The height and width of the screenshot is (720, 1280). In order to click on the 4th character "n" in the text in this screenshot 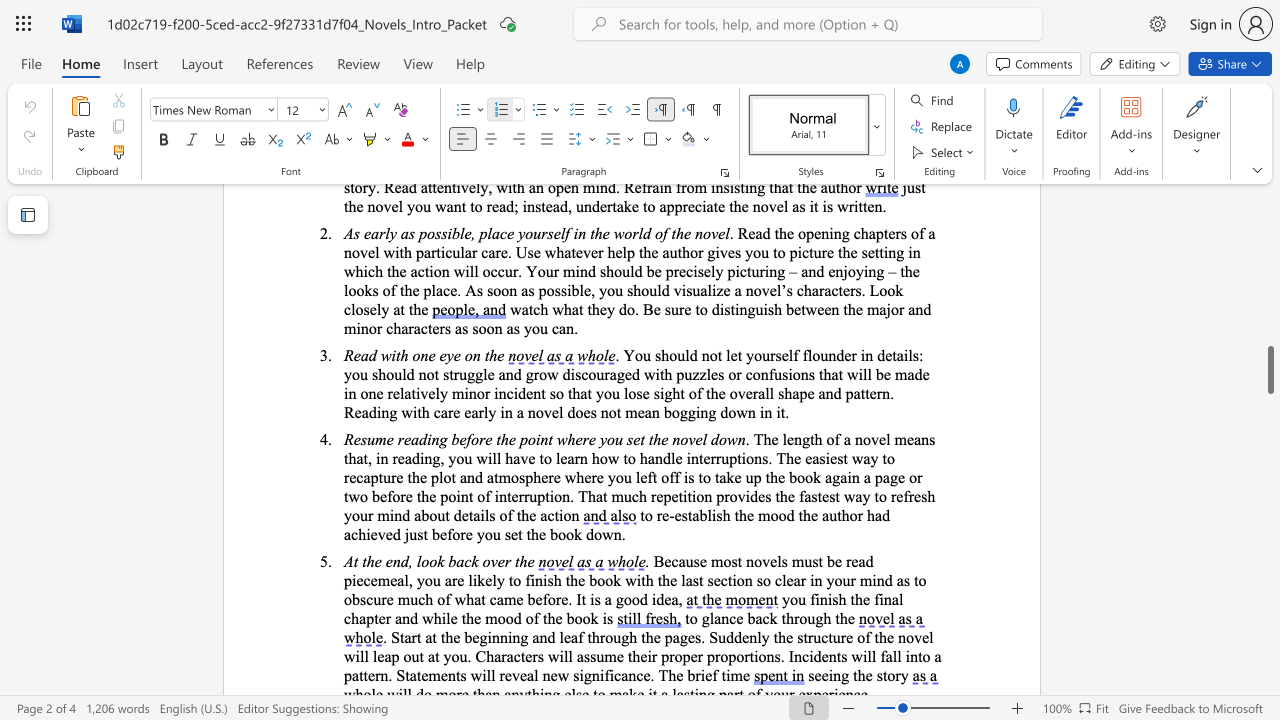, I will do `click(740, 438)`.